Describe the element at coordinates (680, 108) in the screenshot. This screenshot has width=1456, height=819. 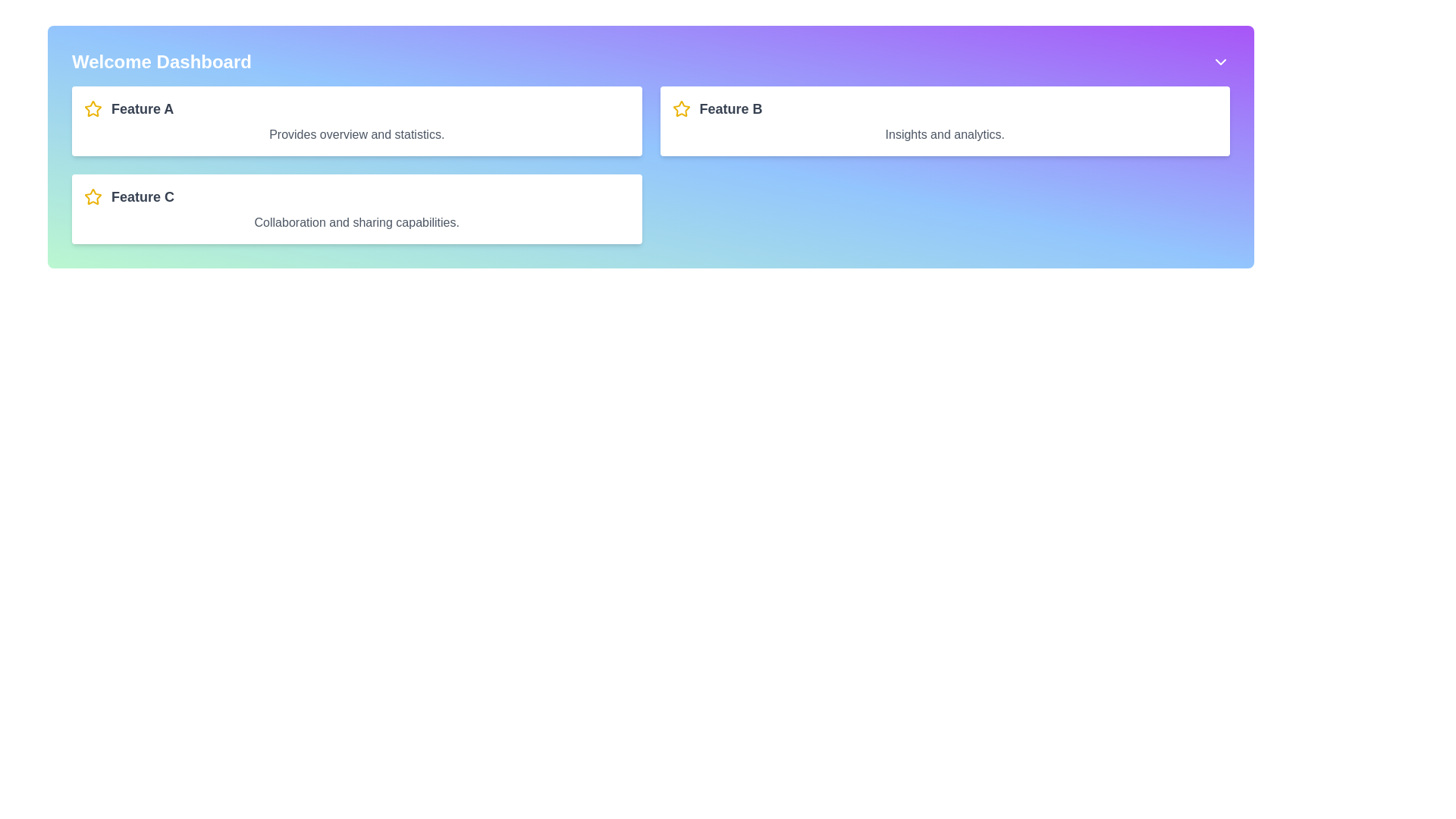
I see `the icon located at the top-right corner of the 'Feature B' card, which serves as a visual indicator for favorites or ratings` at that location.